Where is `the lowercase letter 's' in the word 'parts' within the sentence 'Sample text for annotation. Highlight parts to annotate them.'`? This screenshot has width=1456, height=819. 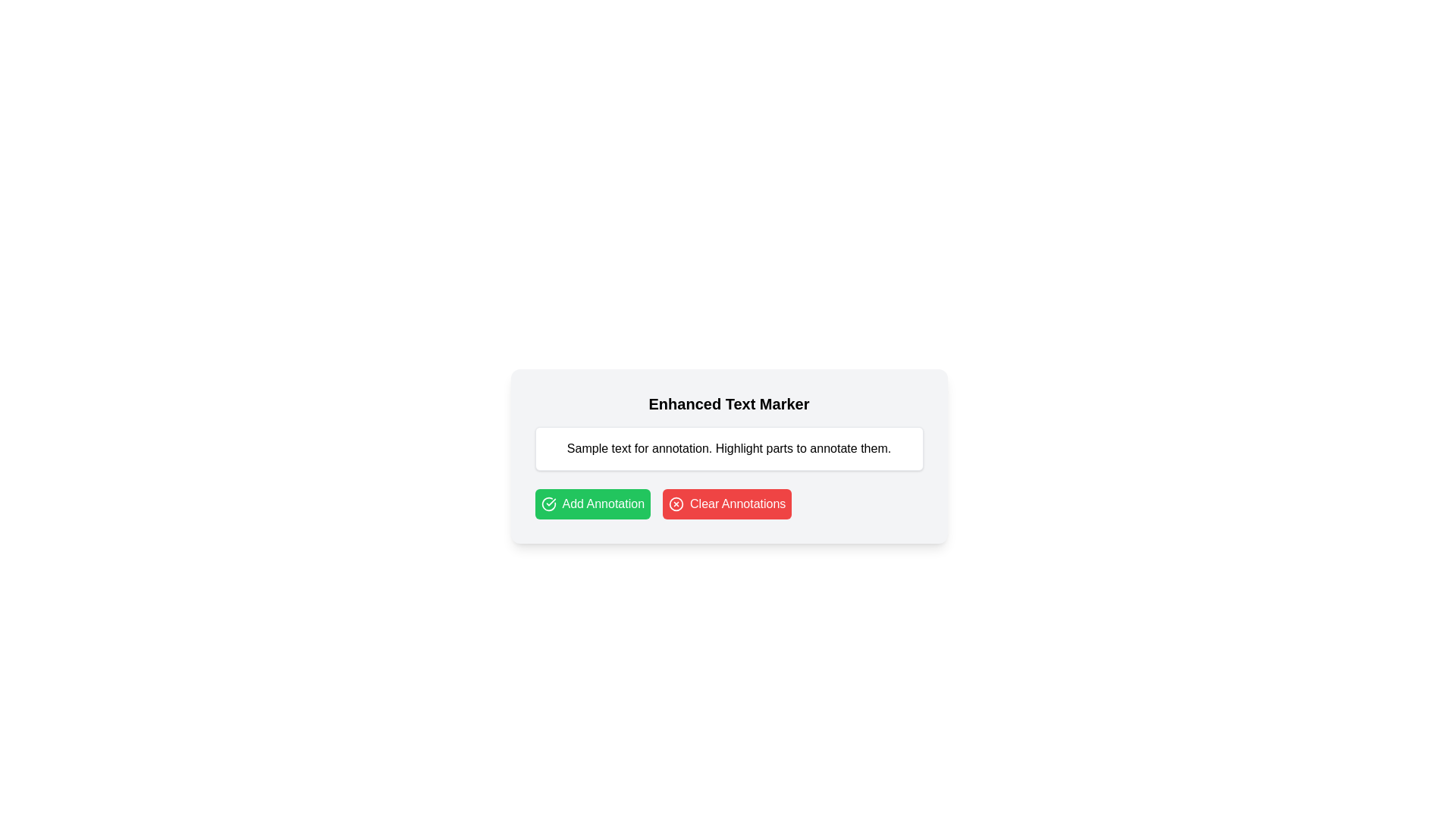
the lowercase letter 's' in the word 'parts' within the sentence 'Sample text for annotation. Highlight parts to annotate them.' is located at coordinates (789, 447).